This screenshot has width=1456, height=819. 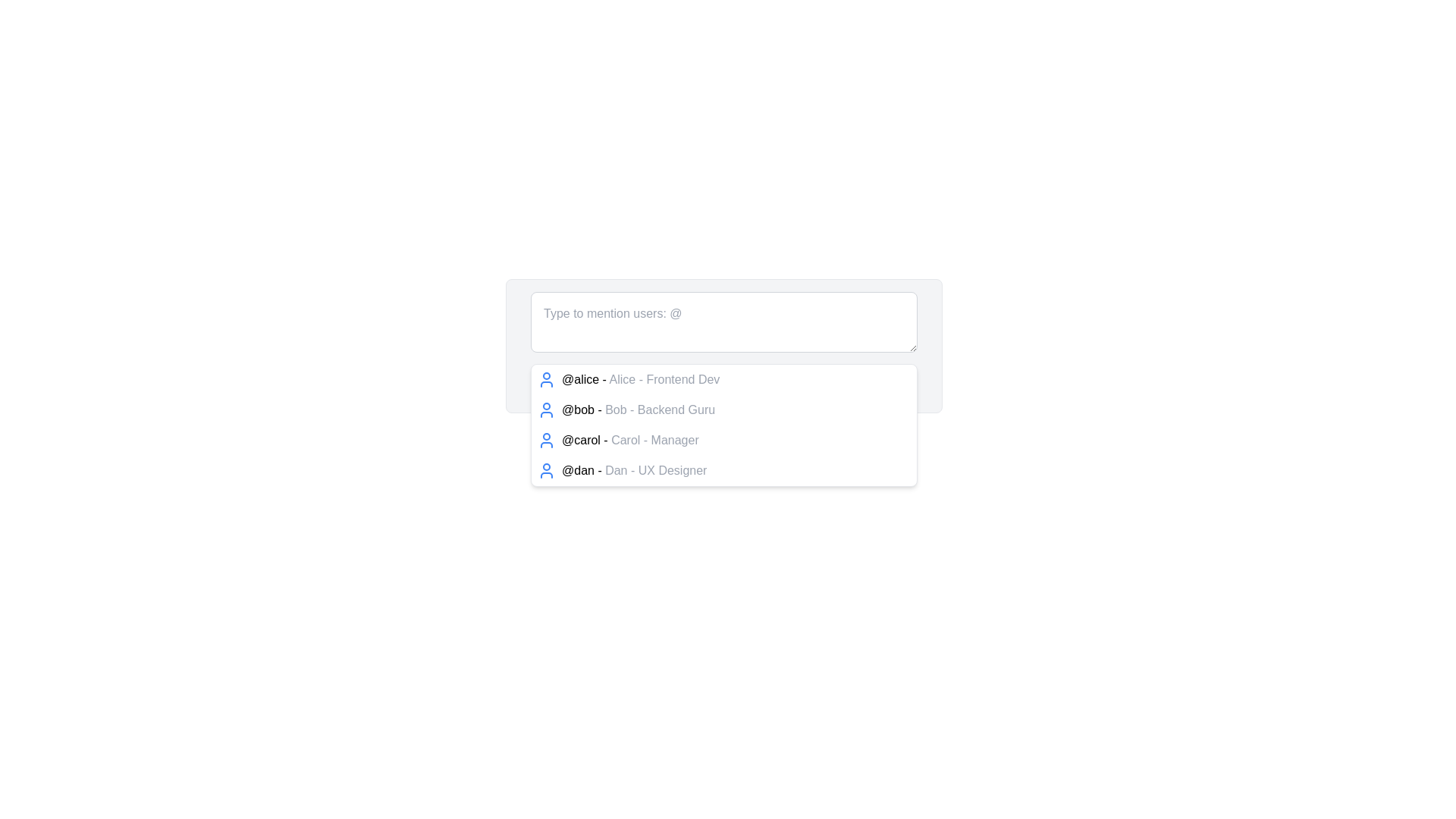 I want to click on the user suggestion element '@bob - Bob - Backend Guru.', so click(x=639, y=409).